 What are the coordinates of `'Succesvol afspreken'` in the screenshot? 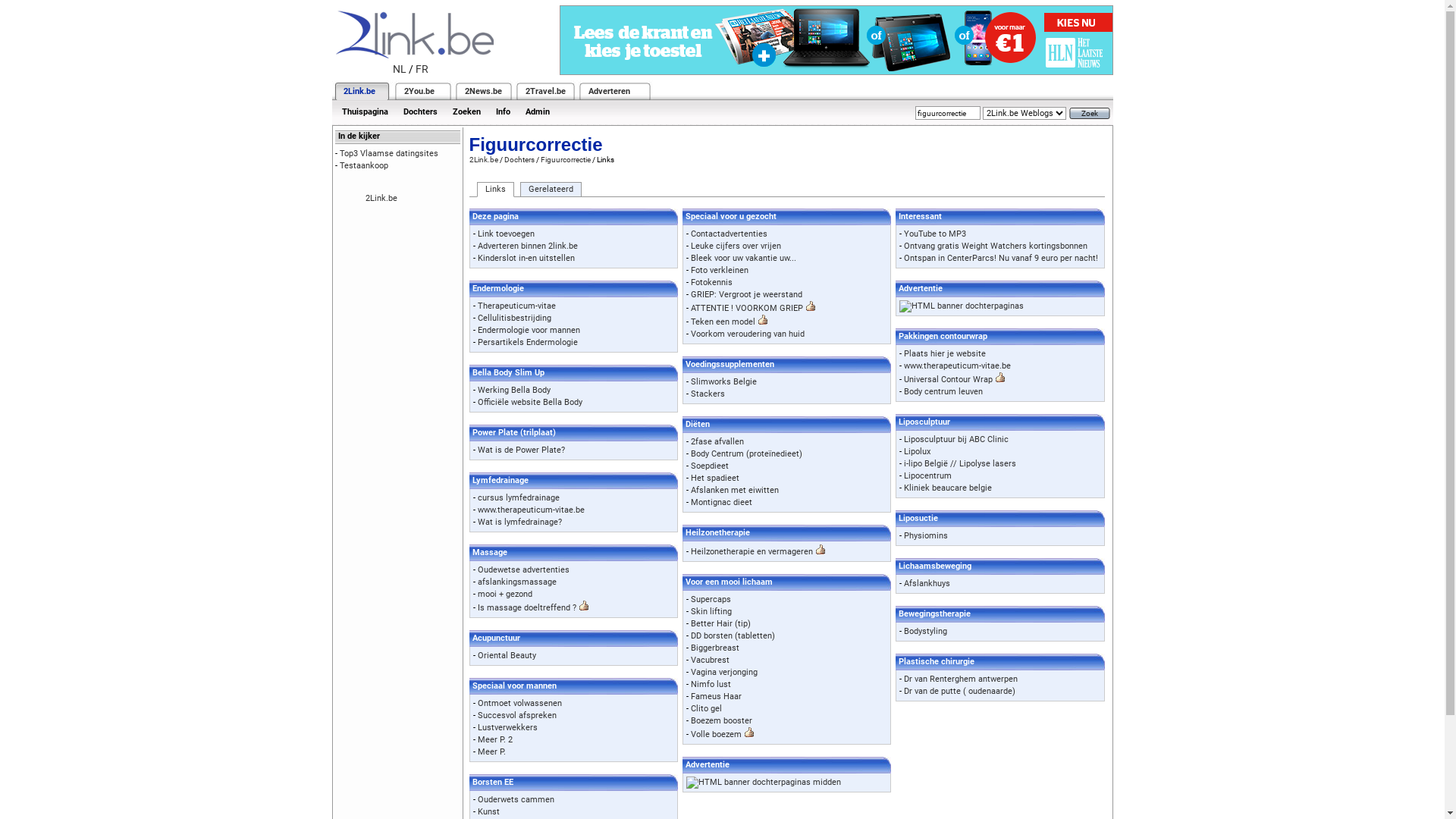 It's located at (516, 715).